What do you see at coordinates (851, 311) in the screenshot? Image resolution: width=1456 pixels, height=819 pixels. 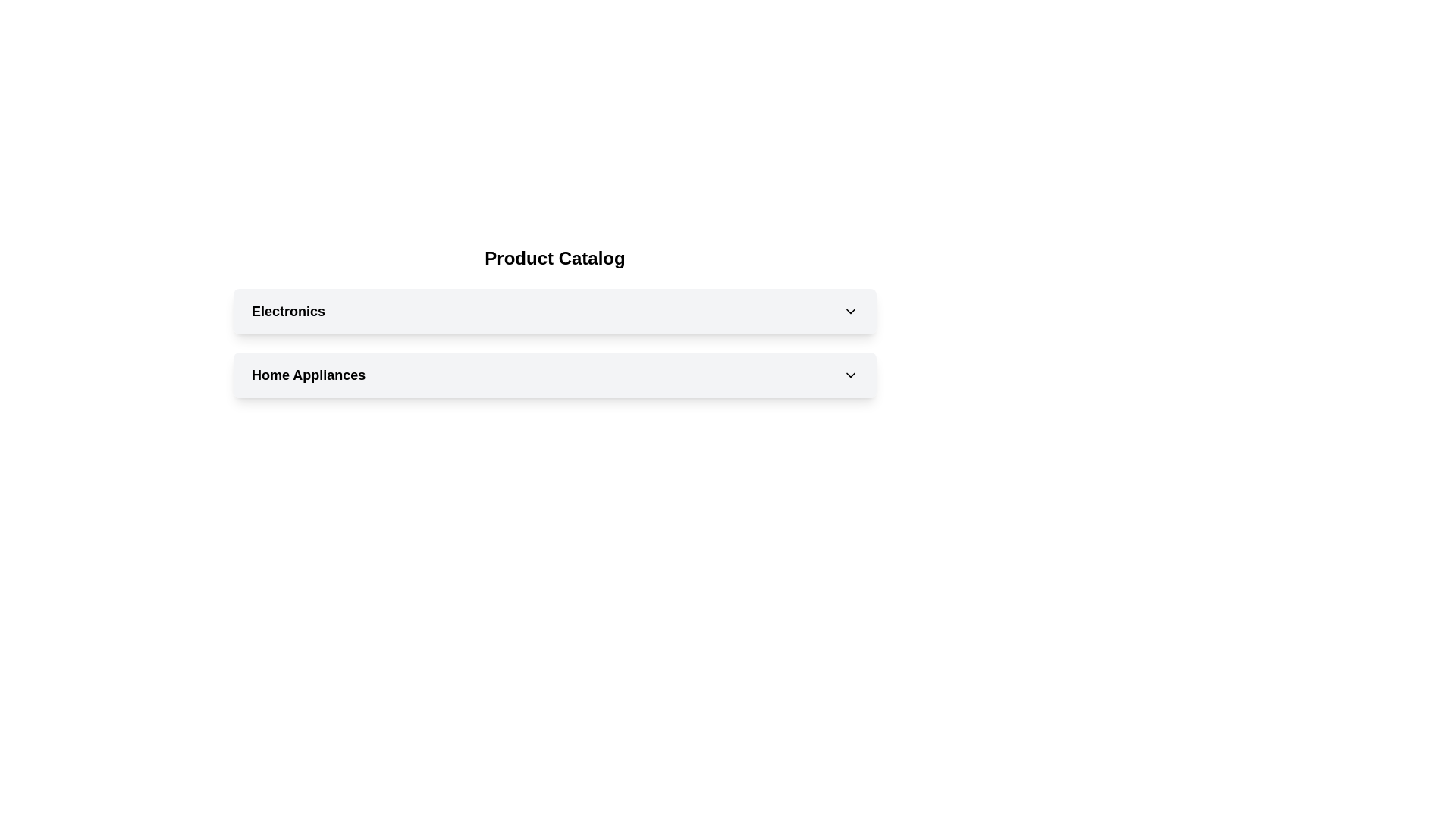 I see `the downward-pointing chevron icon for the dropdown indicator located in the 'Electronics' section` at bounding box center [851, 311].